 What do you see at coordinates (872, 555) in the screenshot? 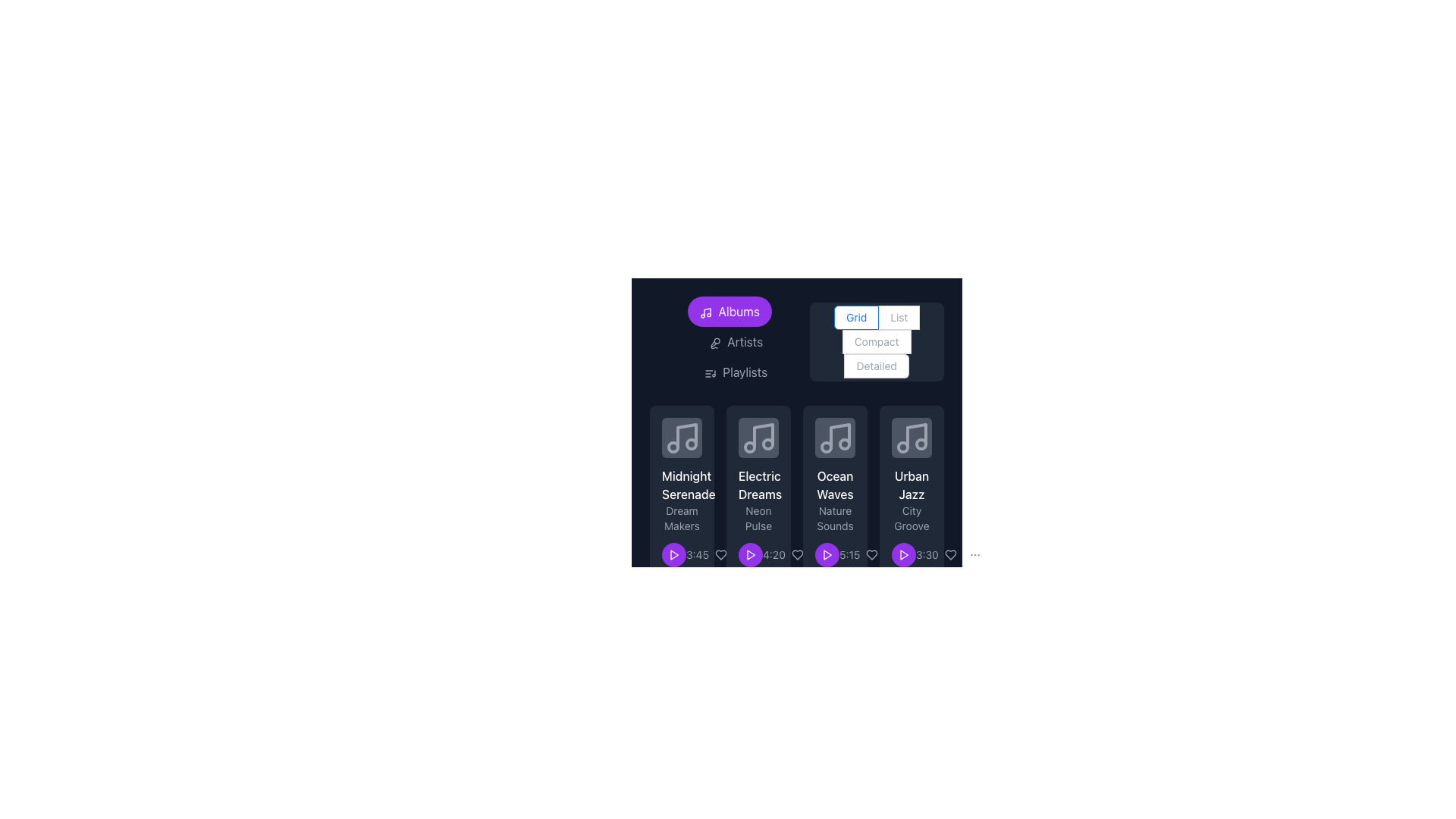
I see `the favorite button below the 'Ocean Waves' music item to like it` at bounding box center [872, 555].